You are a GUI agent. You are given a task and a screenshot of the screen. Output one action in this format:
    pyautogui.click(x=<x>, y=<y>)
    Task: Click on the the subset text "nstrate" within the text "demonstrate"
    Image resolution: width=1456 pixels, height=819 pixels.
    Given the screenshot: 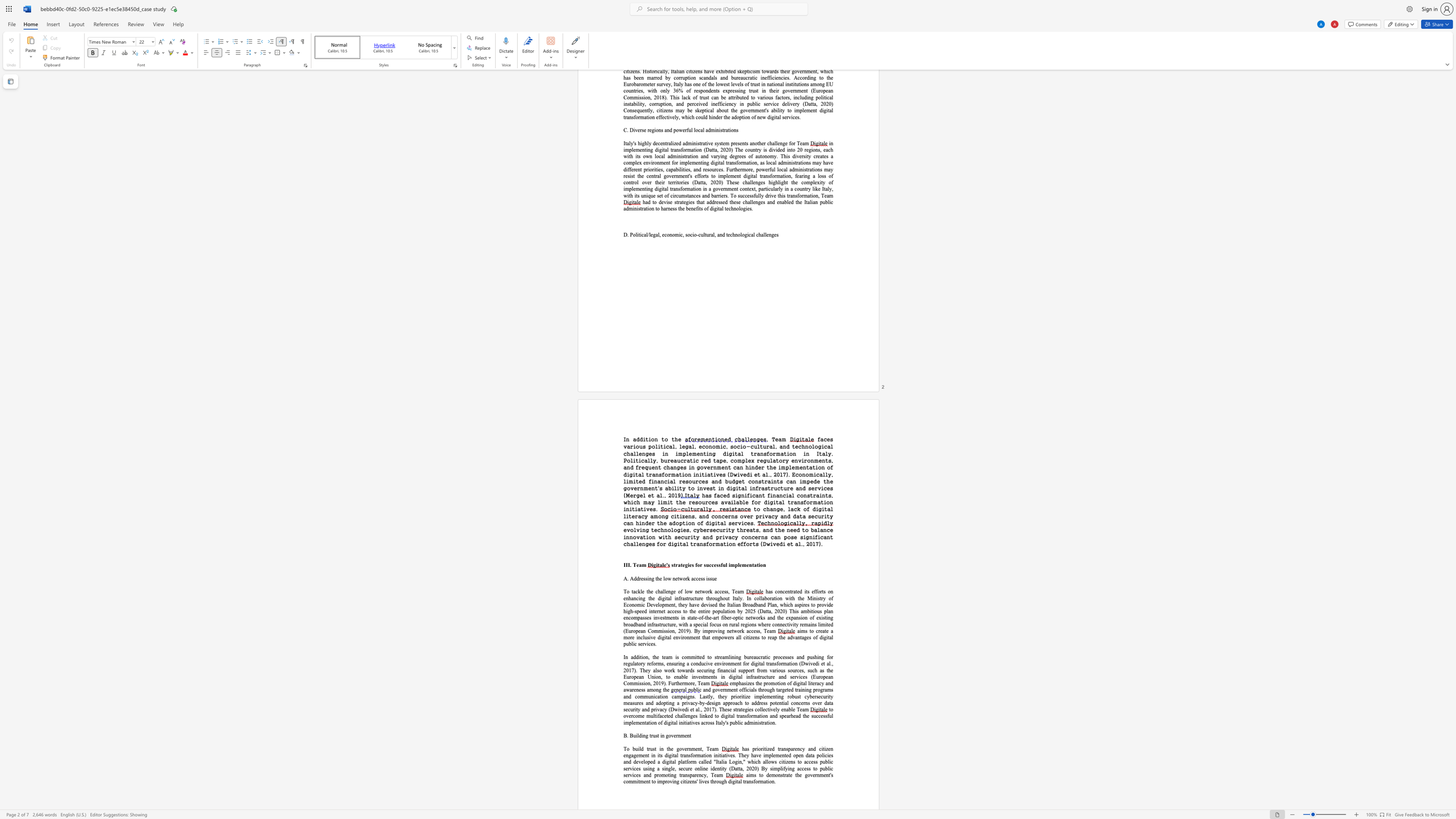 What is the action you would take?
    pyautogui.click(x=778, y=774)
    